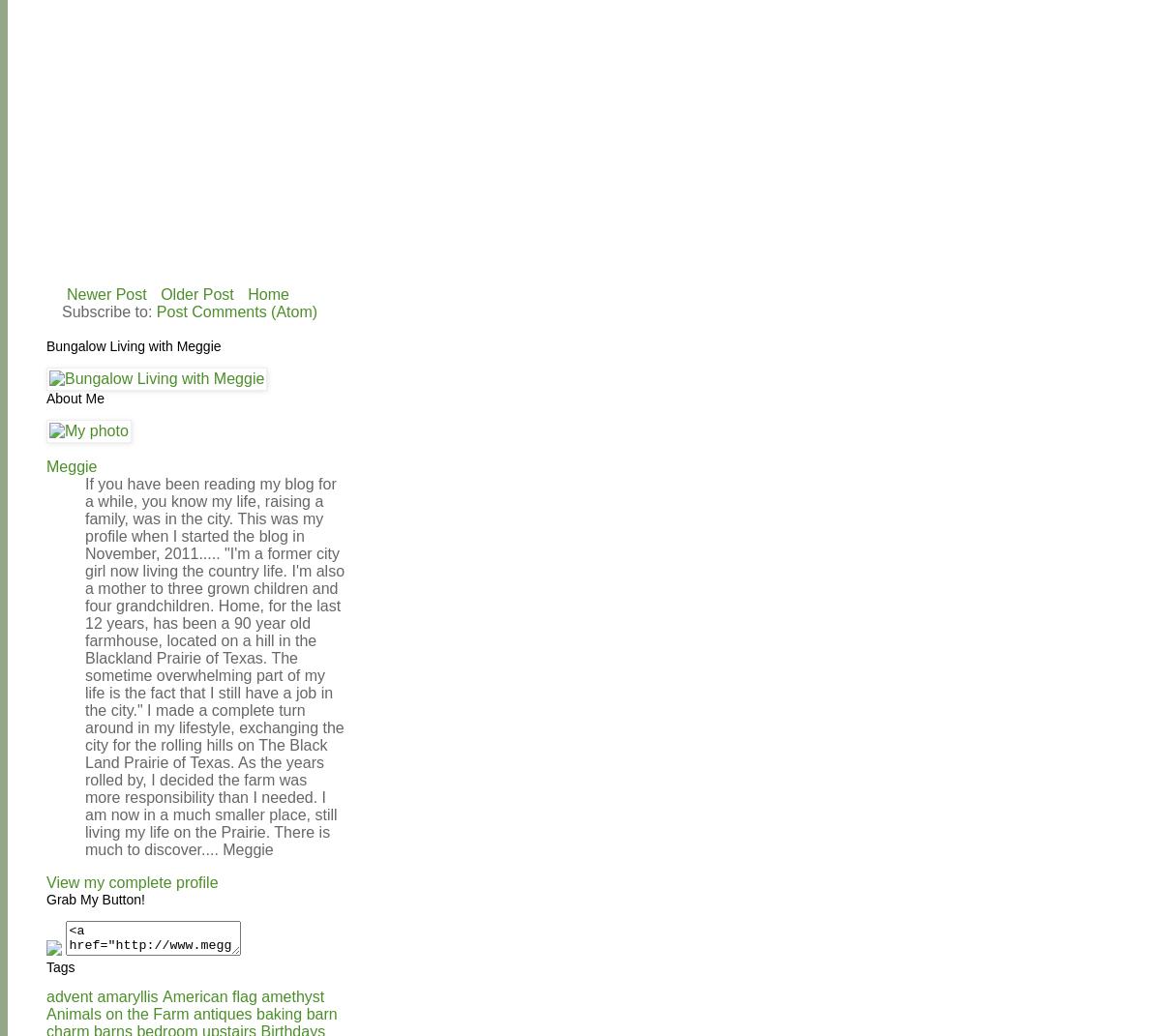 This screenshot has height=1036, width=1169. Describe the element at coordinates (196, 293) in the screenshot. I see `'Older Post'` at that location.